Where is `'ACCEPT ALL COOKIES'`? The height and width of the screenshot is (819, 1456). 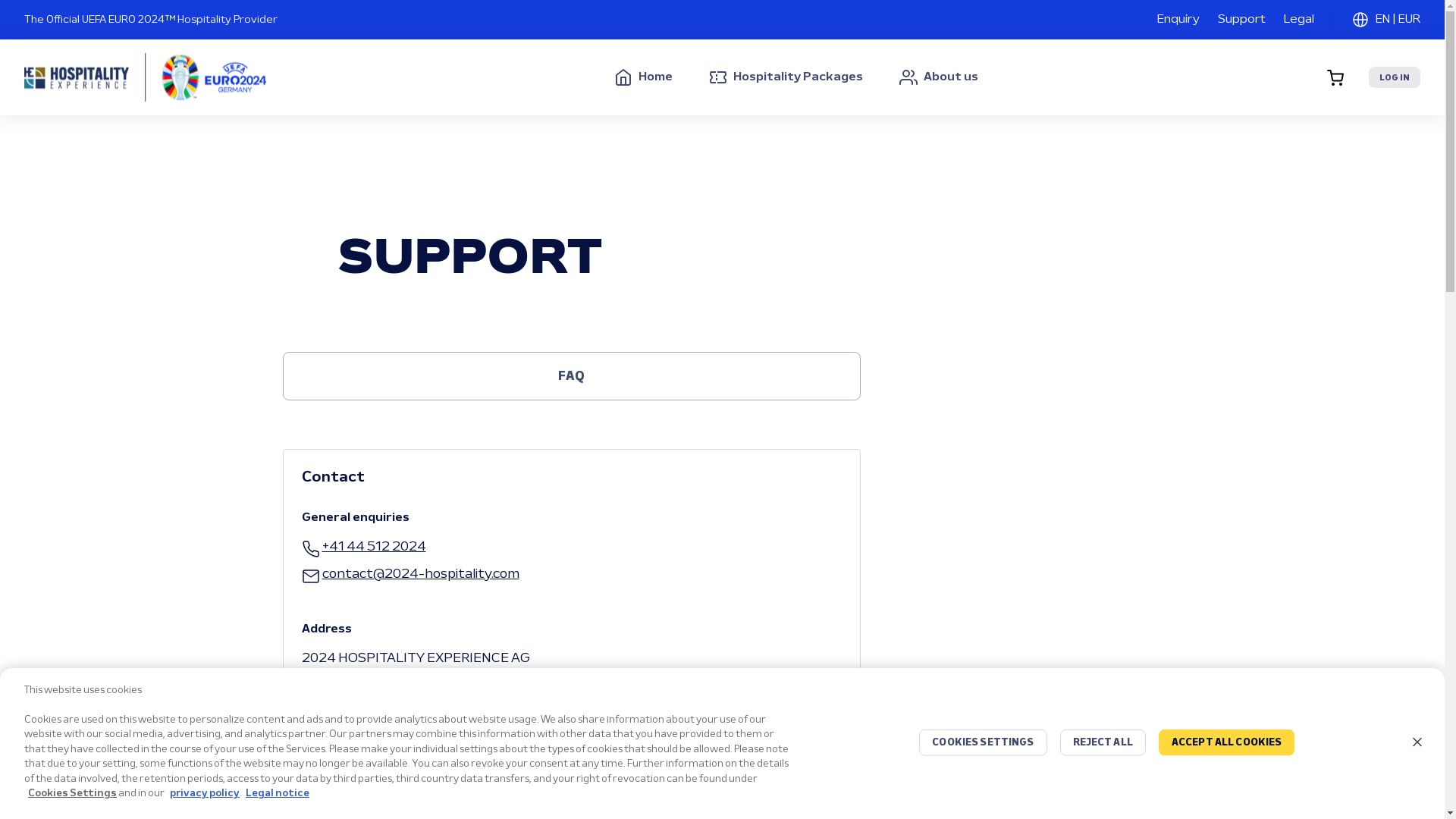
'ACCEPT ALL COOKIES' is located at coordinates (1226, 742).